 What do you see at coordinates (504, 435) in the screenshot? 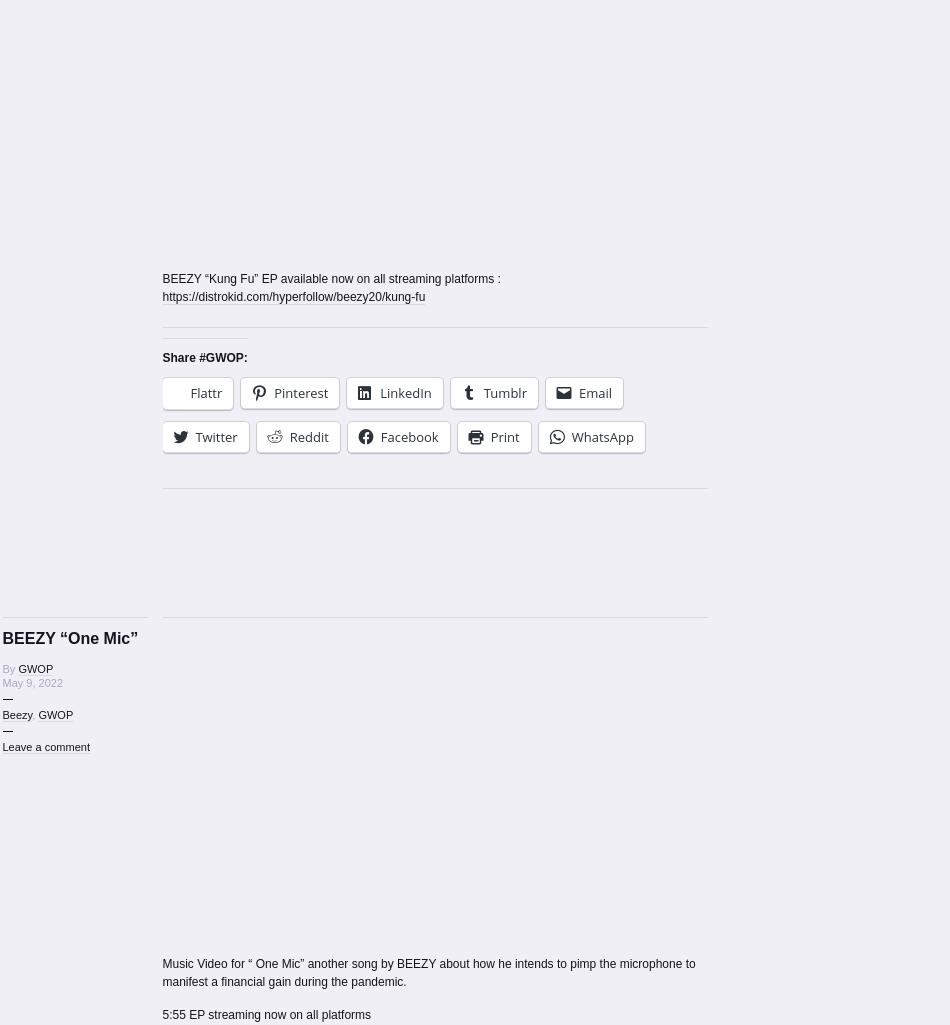
I see `'Print'` at bounding box center [504, 435].